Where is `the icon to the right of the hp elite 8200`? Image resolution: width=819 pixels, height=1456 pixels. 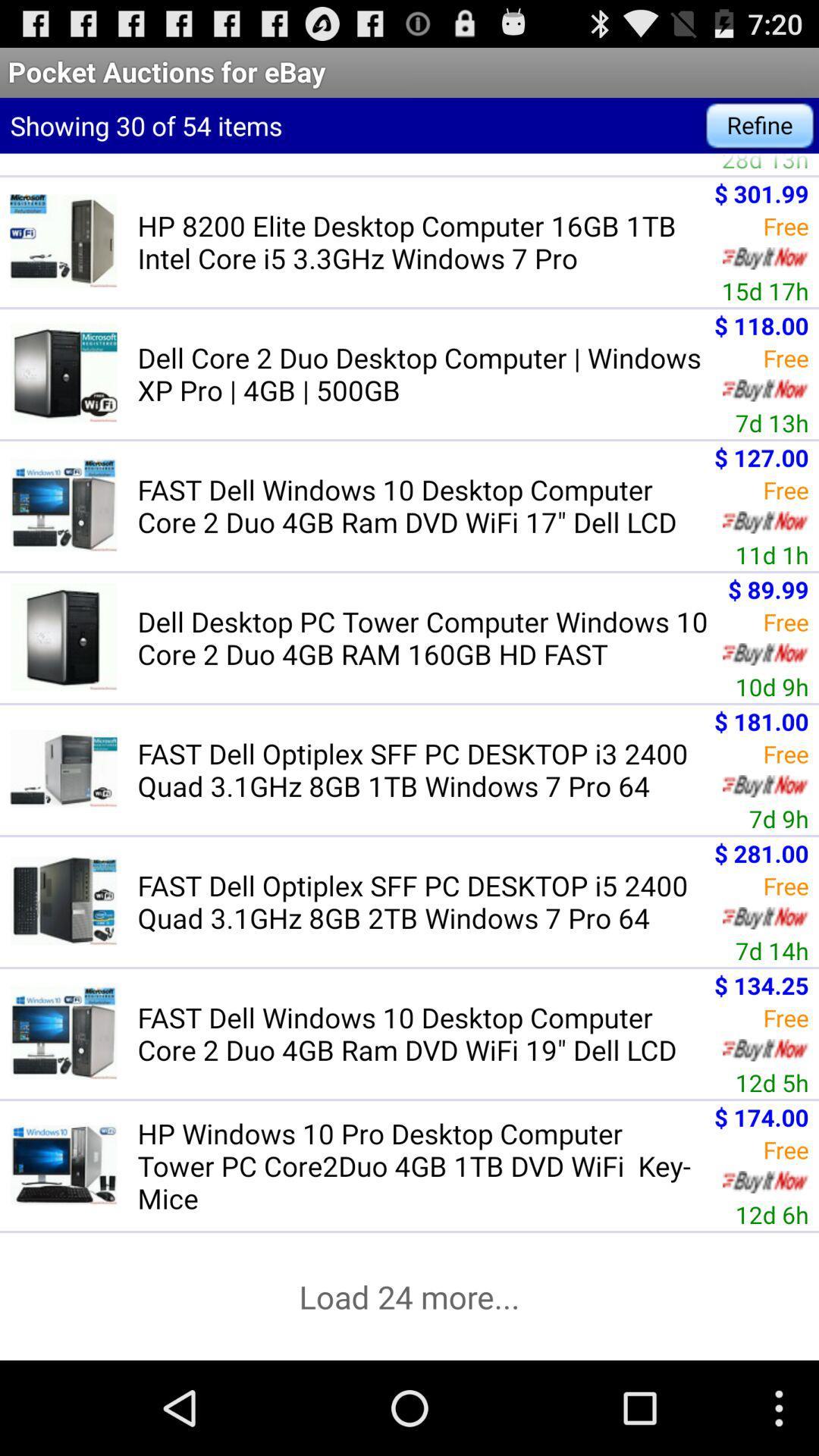
the icon to the right of the hp elite 8200 is located at coordinates (765, 164).